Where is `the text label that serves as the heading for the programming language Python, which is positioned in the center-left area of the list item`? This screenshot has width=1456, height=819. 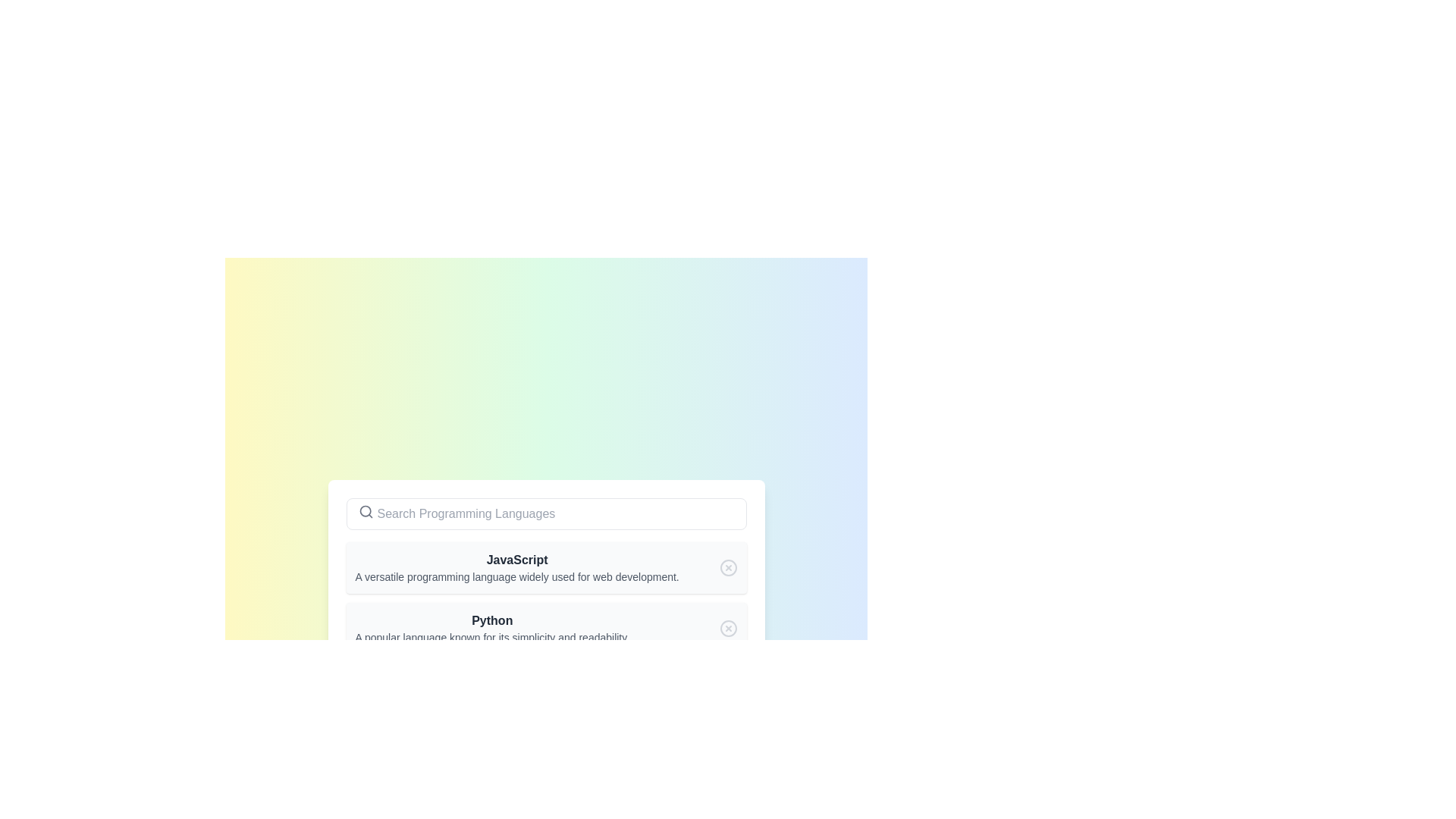 the text label that serves as the heading for the programming language Python, which is positioned in the center-left area of the list item is located at coordinates (492, 620).